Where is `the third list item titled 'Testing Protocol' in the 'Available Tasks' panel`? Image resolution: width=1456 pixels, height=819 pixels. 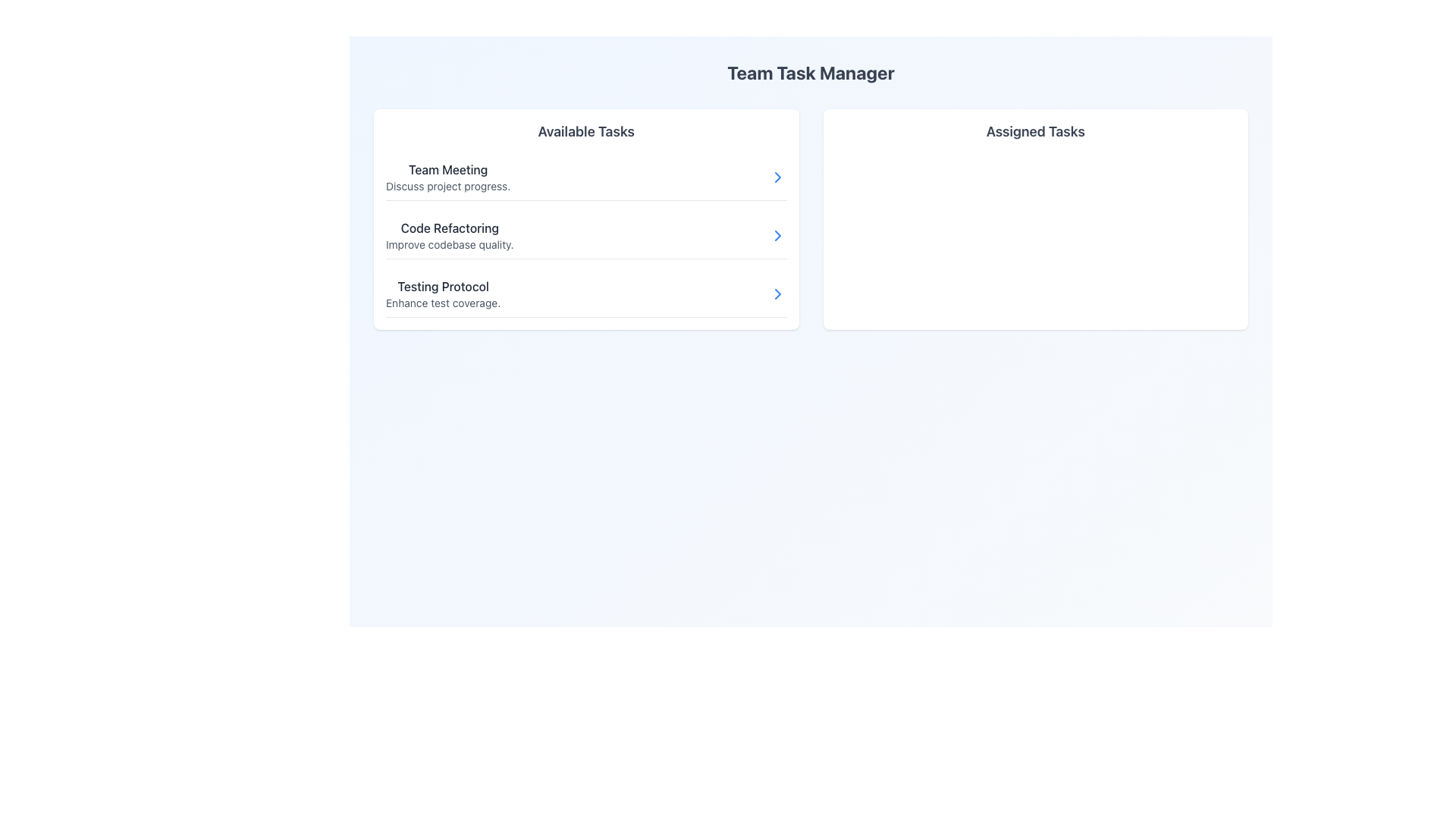 the third list item titled 'Testing Protocol' in the 'Available Tasks' panel is located at coordinates (442, 294).